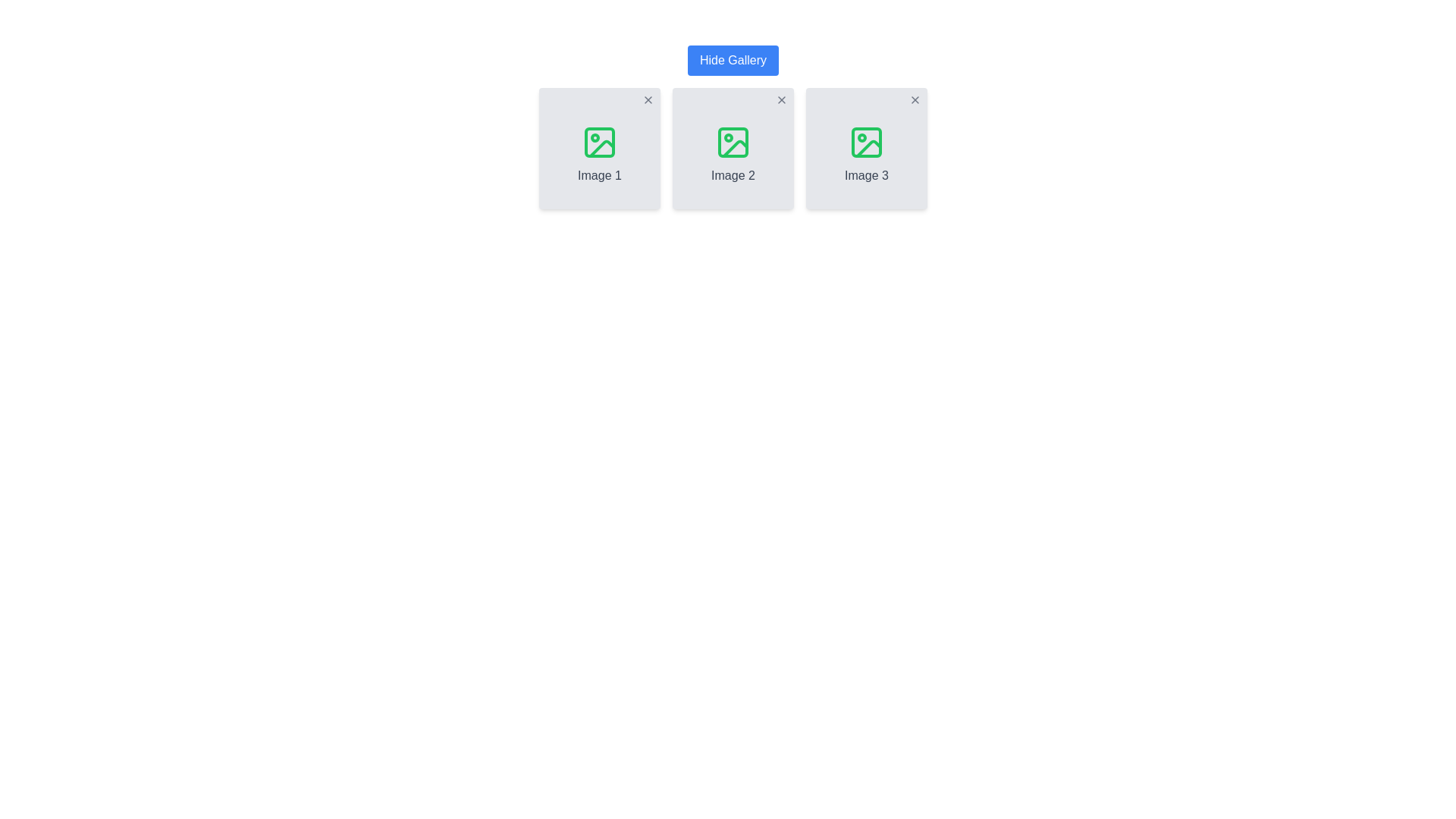  Describe the element at coordinates (914, 99) in the screenshot. I see `the small square button with a gray cross ('X') symbol in the top-right corner of the 'Image 3' card` at that location.